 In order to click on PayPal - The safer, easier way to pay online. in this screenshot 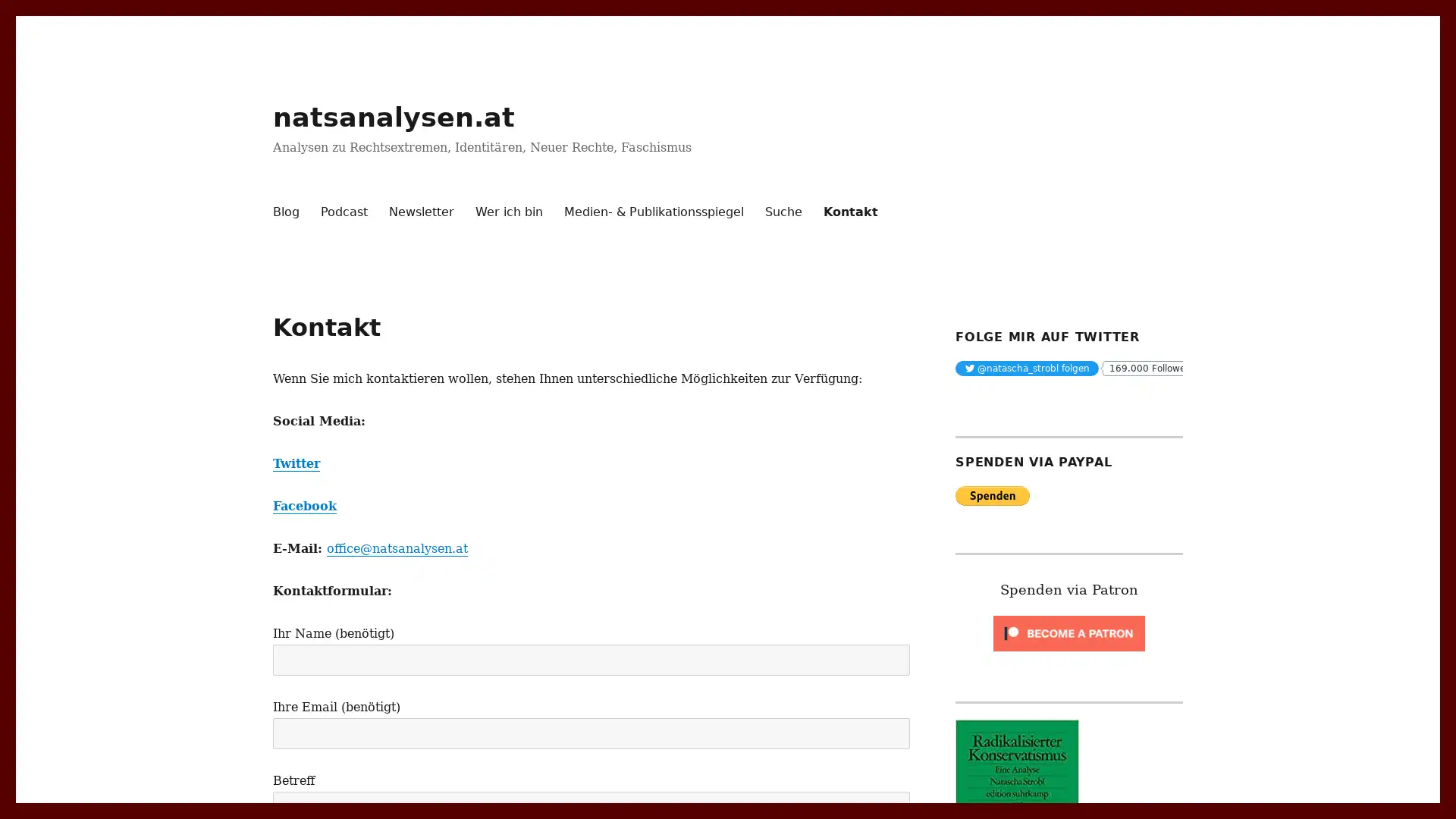, I will do `click(993, 494)`.